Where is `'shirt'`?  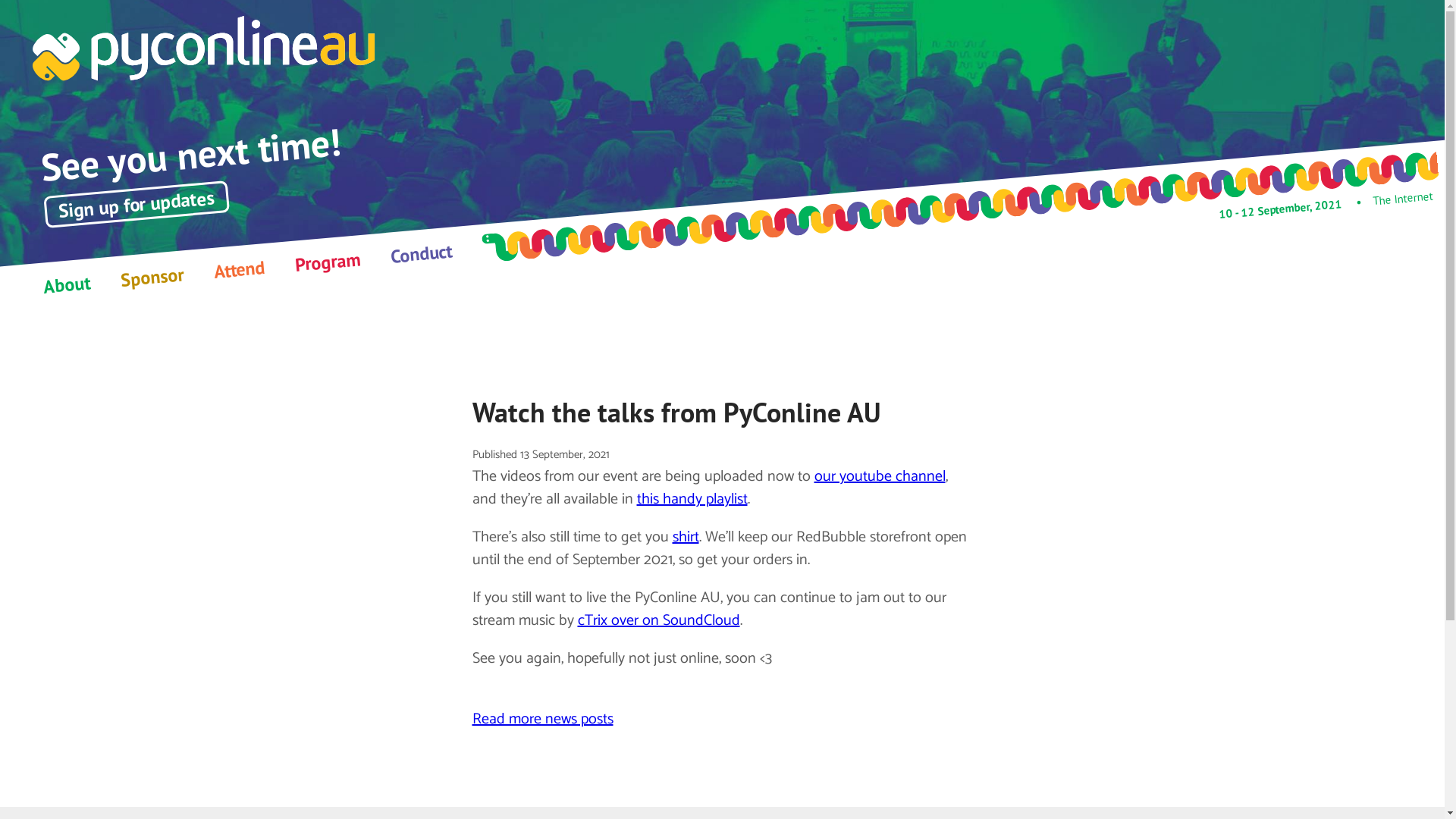
'shirt' is located at coordinates (684, 536).